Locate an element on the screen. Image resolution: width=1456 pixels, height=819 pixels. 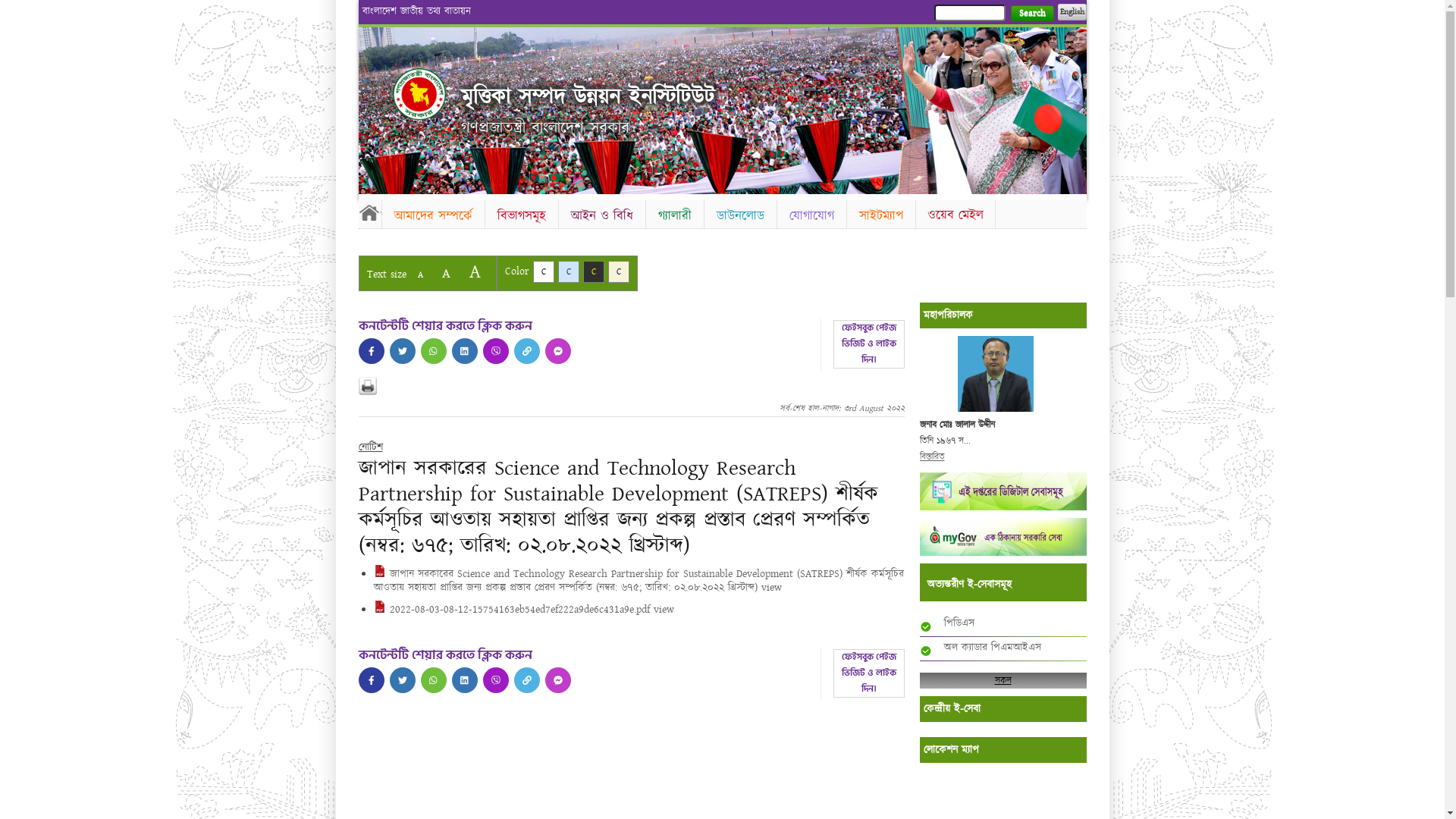
'C' is located at coordinates (542, 271).